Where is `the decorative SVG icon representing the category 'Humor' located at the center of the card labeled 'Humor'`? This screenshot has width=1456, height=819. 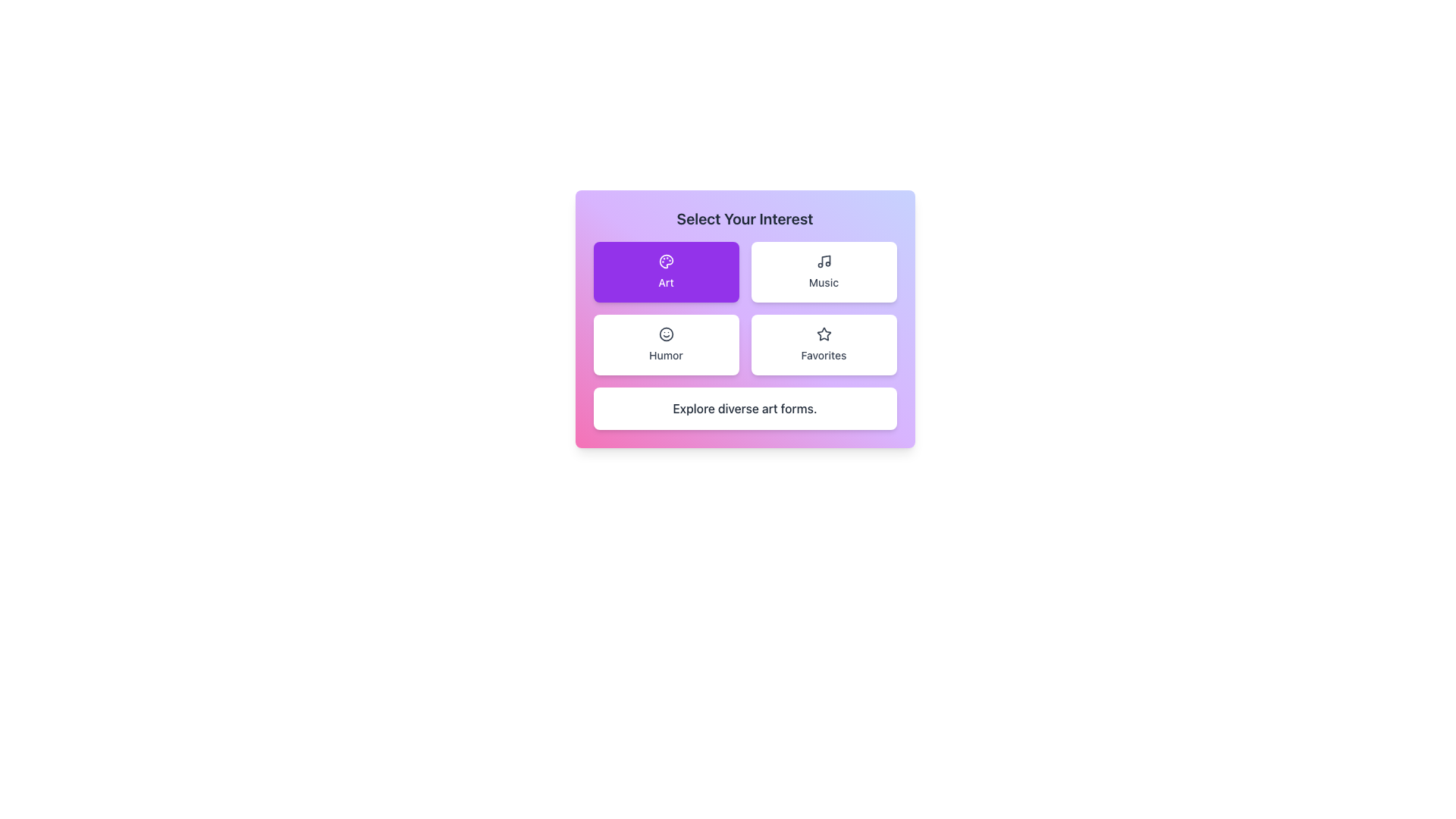
the decorative SVG icon representing the category 'Humor' located at the center of the card labeled 'Humor' is located at coordinates (666, 333).